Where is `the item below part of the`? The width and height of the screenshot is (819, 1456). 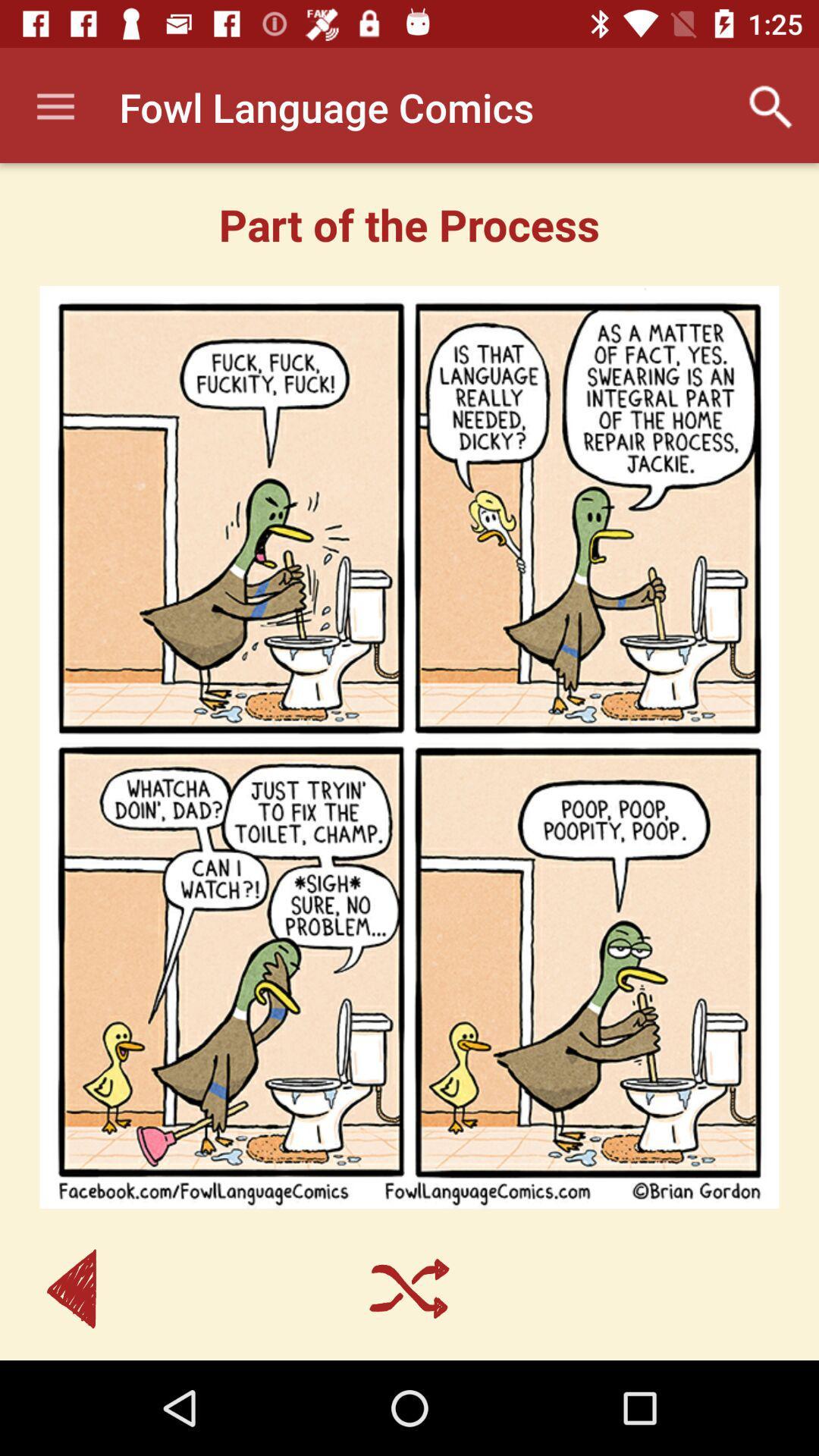 the item below part of the is located at coordinates (409, 747).